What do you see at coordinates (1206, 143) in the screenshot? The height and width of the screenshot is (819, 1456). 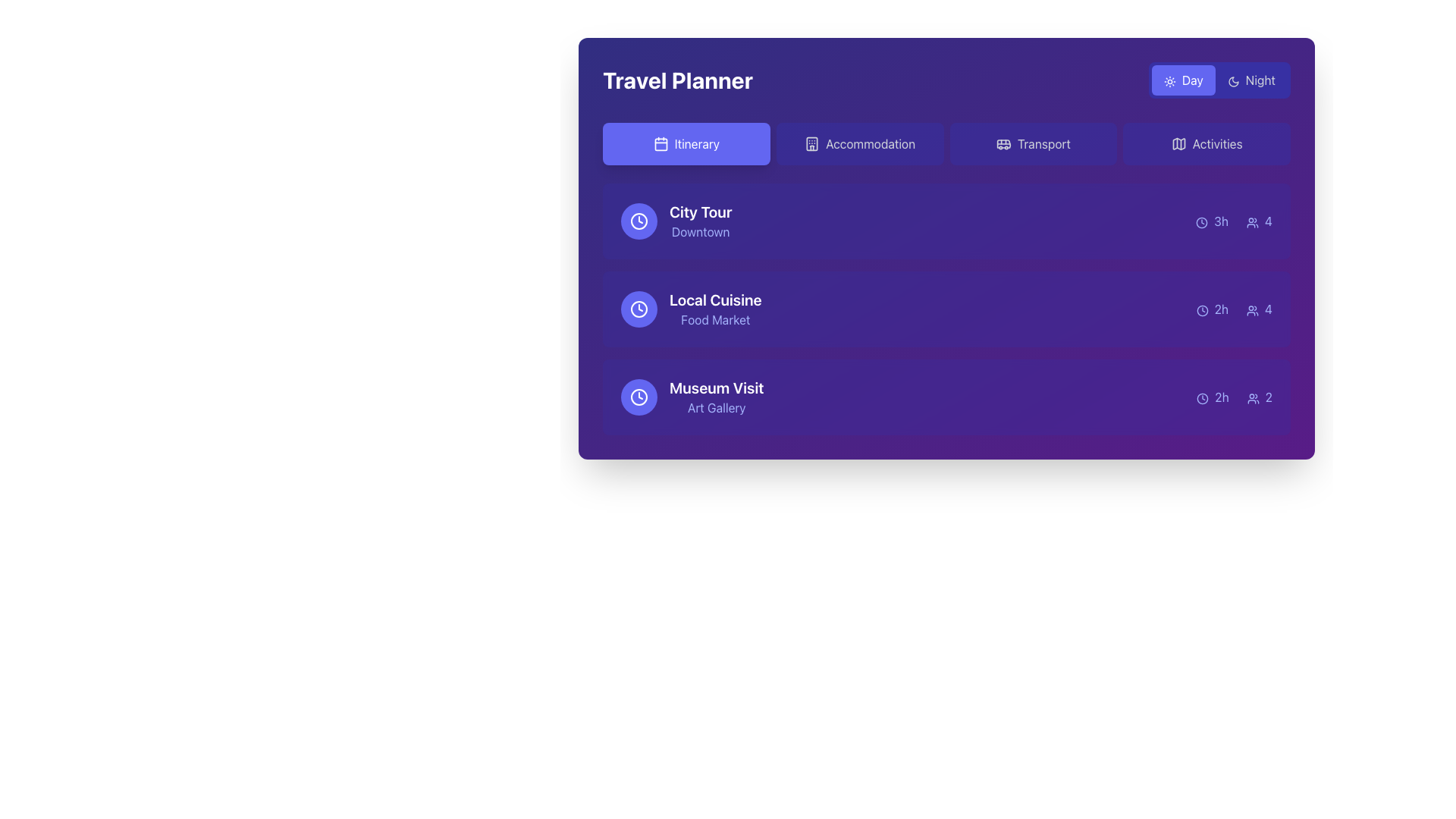 I see `the navigation button for the 'Activities' section, which is the last button in a horizontal row of navigation options, positioned next to the 'Transport' button` at bounding box center [1206, 143].